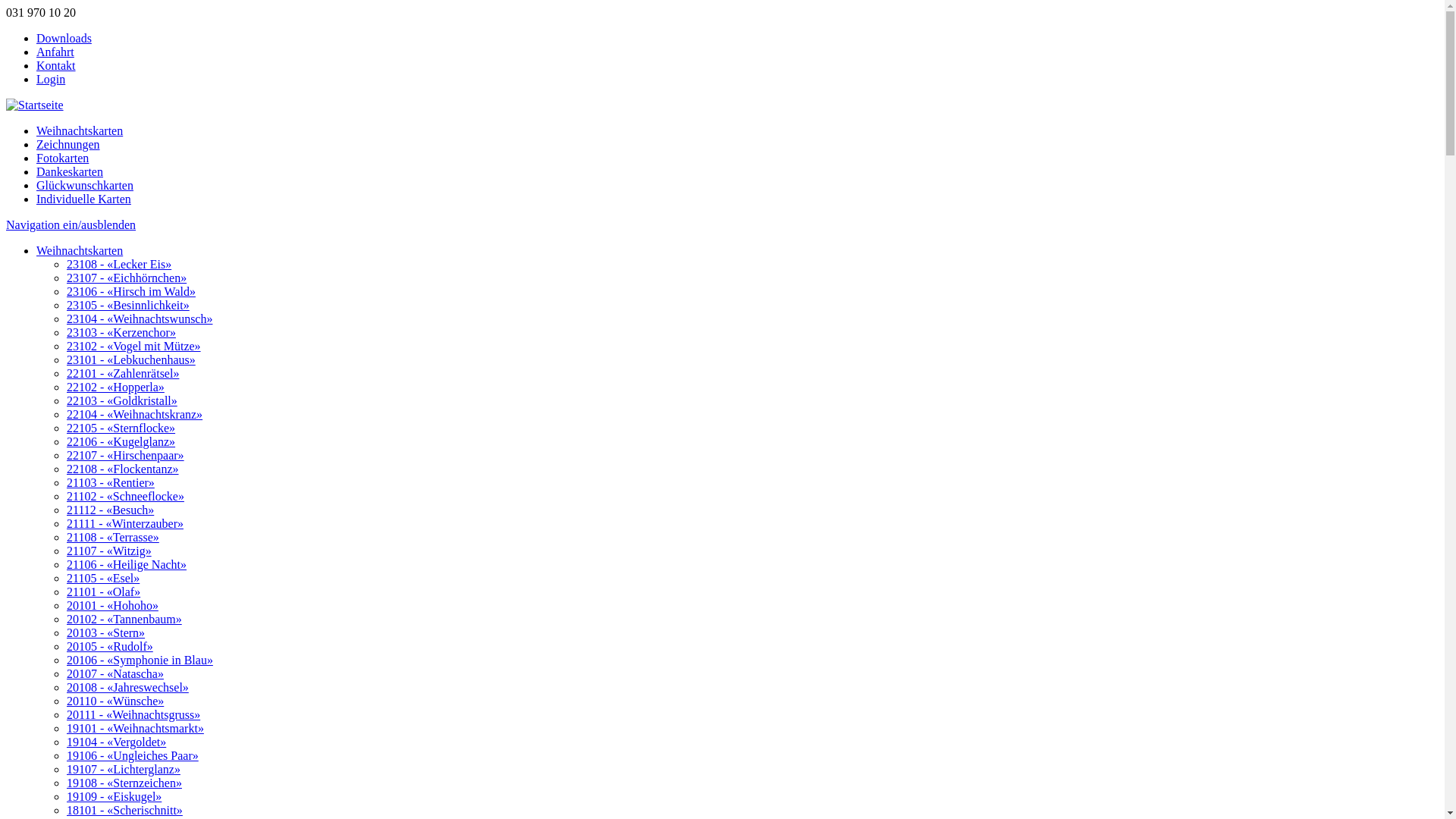 The width and height of the screenshot is (1456, 819). Describe the element at coordinates (63, 37) in the screenshot. I see `'Downloads'` at that location.